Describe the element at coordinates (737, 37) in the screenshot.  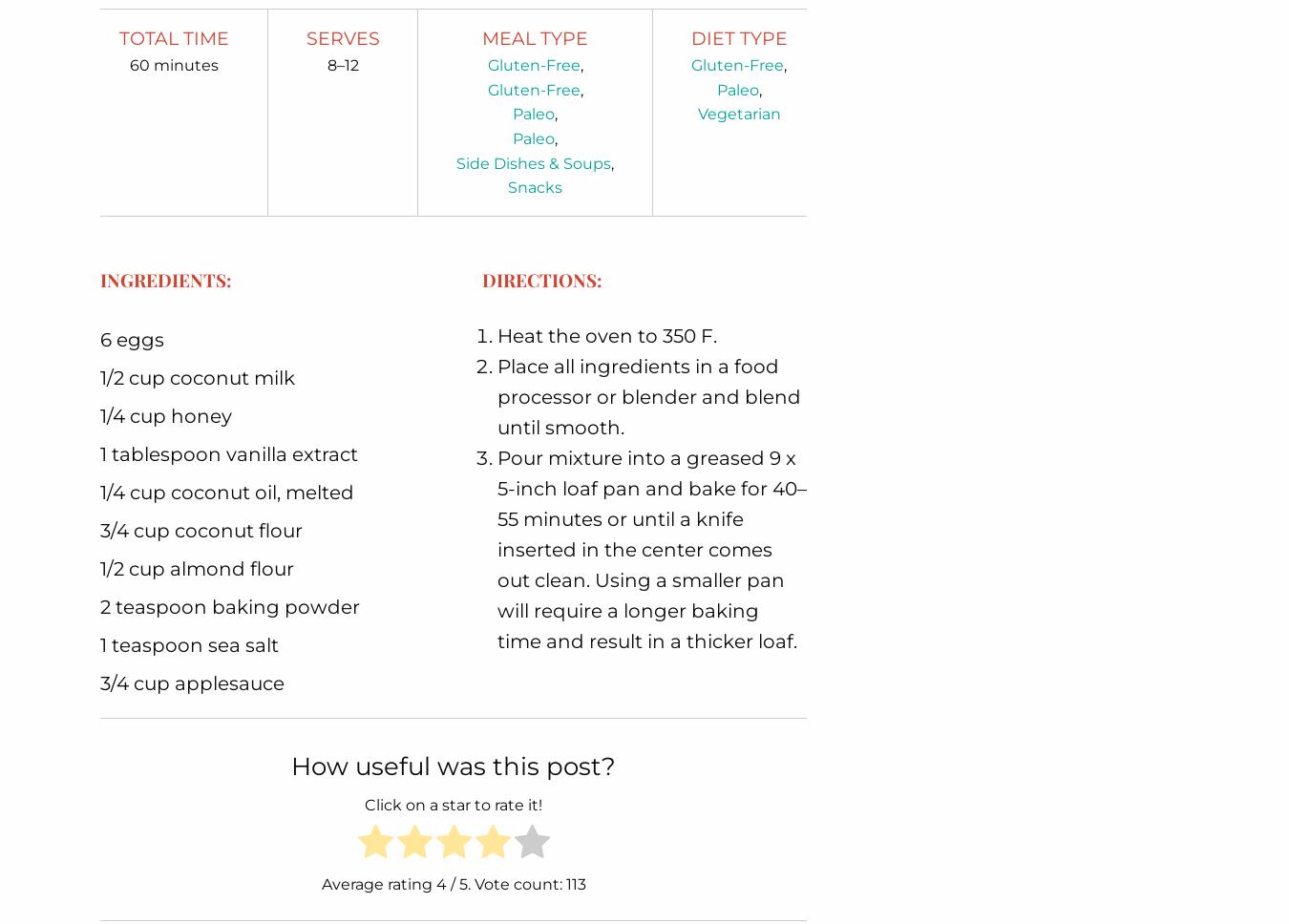
I see `'Diet Type'` at that location.